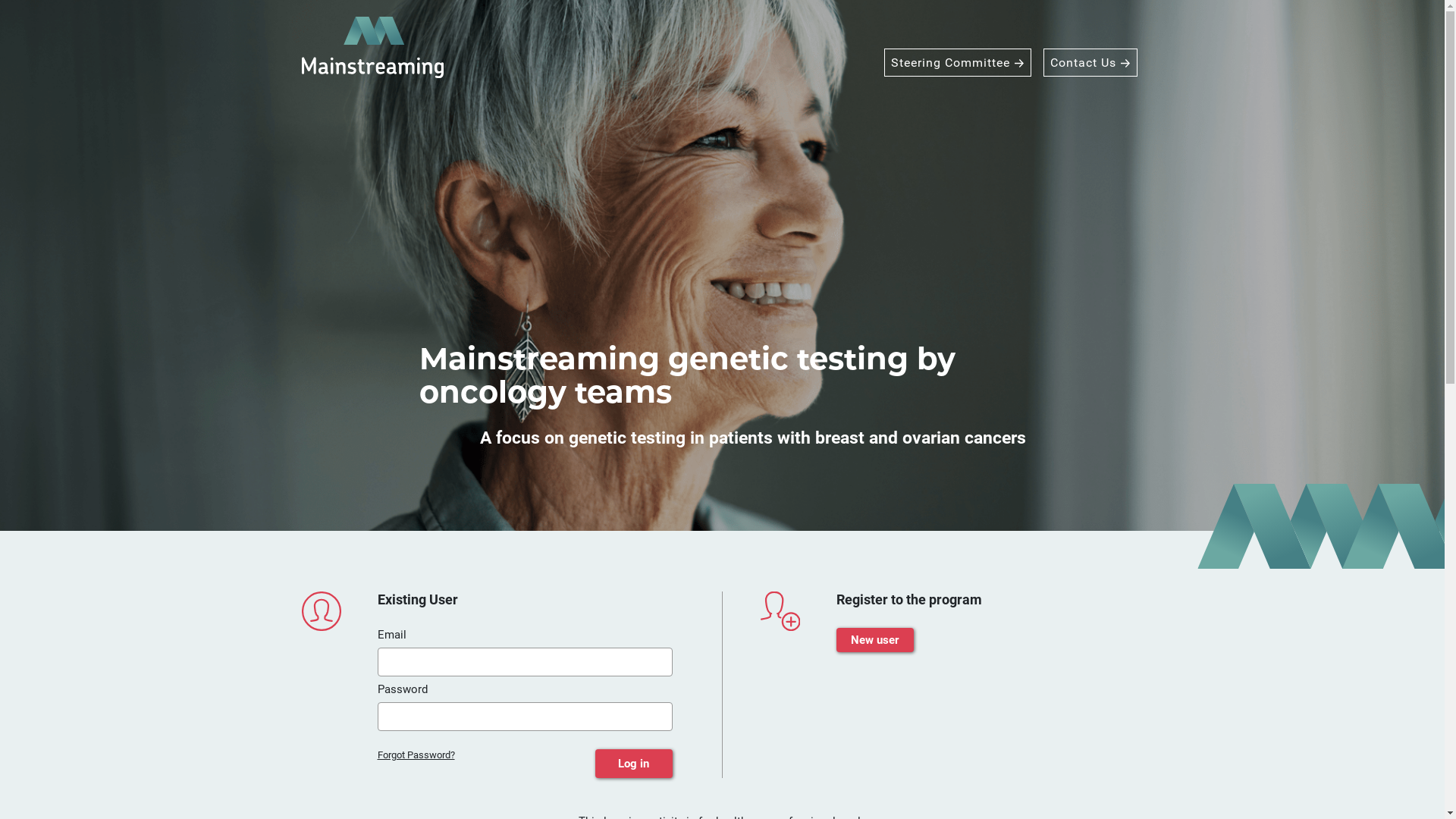 This screenshot has height=819, width=1456. Describe the element at coordinates (633, 763) in the screenshot. I see `'Log in'` at that location.